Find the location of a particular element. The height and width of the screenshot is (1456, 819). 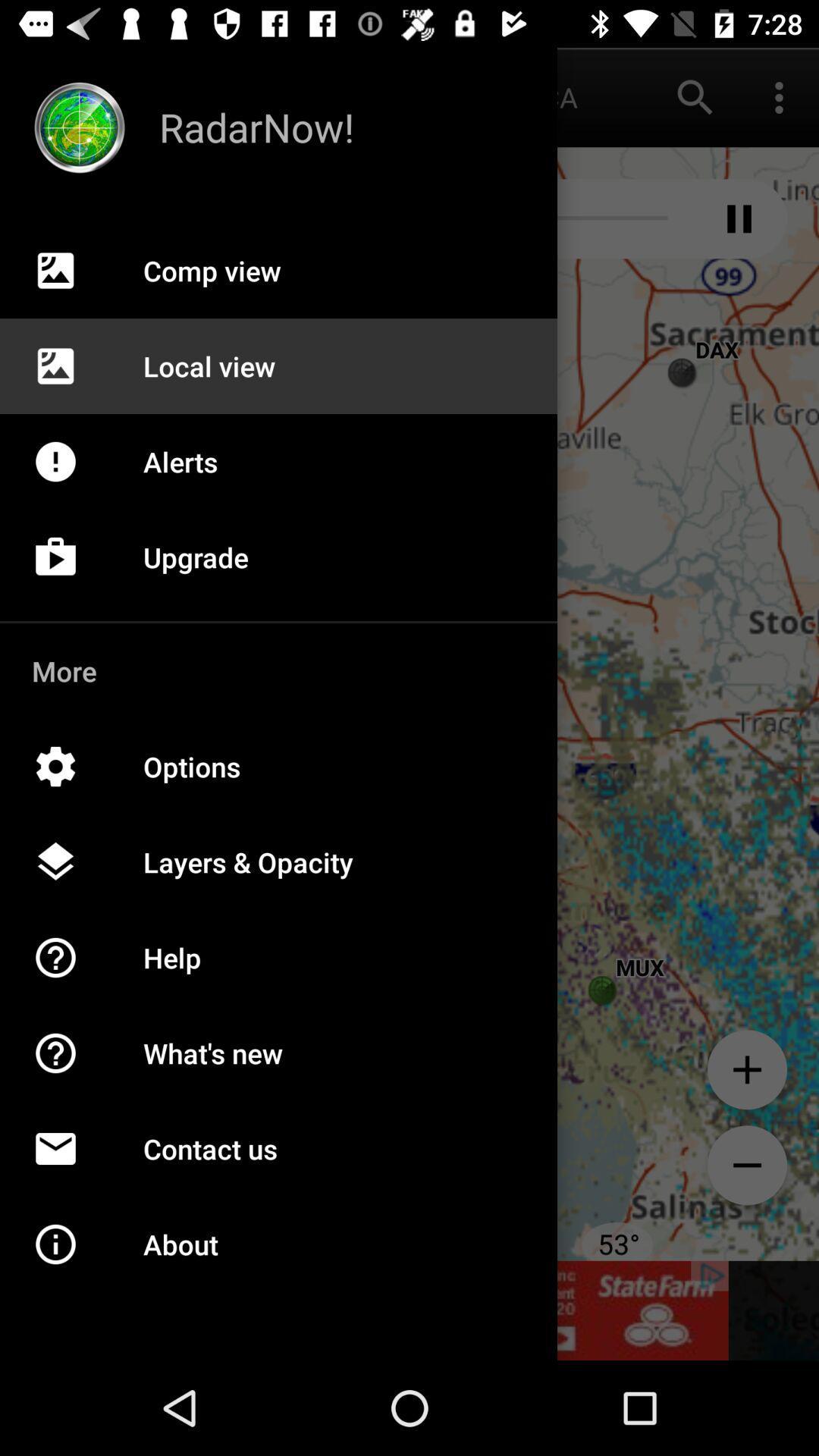

the email icon is located at coordinates (71, 1164).